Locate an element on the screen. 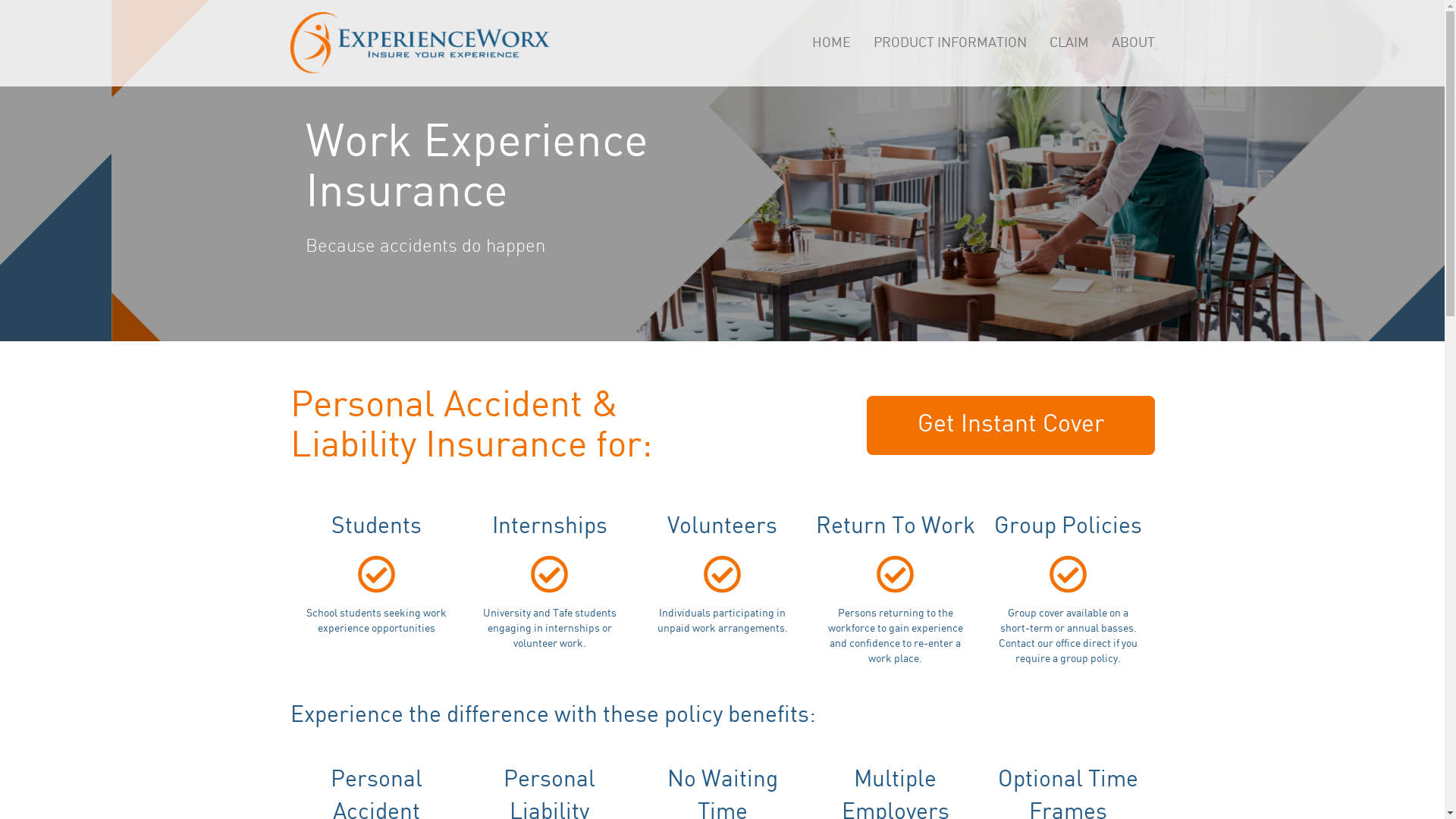 The image size is (1456, 819). 'Get Instant Cover' is located at coordinates (1010, 425).